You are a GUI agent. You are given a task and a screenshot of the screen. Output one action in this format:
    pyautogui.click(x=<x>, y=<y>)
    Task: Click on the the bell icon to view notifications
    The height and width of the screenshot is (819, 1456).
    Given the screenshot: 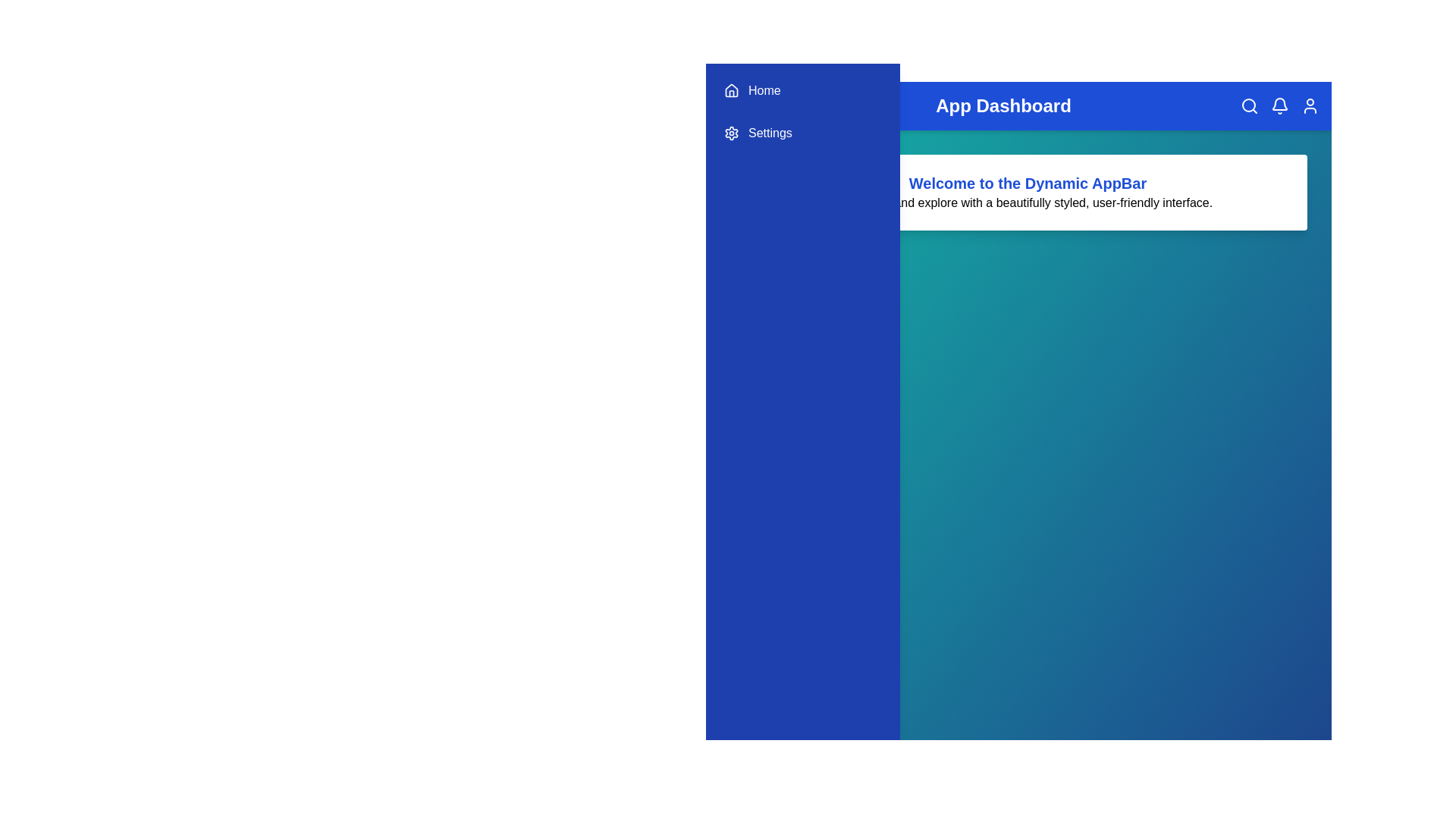 What is the action you would take?
    pyautogui.click(x=1279, y=105)
    